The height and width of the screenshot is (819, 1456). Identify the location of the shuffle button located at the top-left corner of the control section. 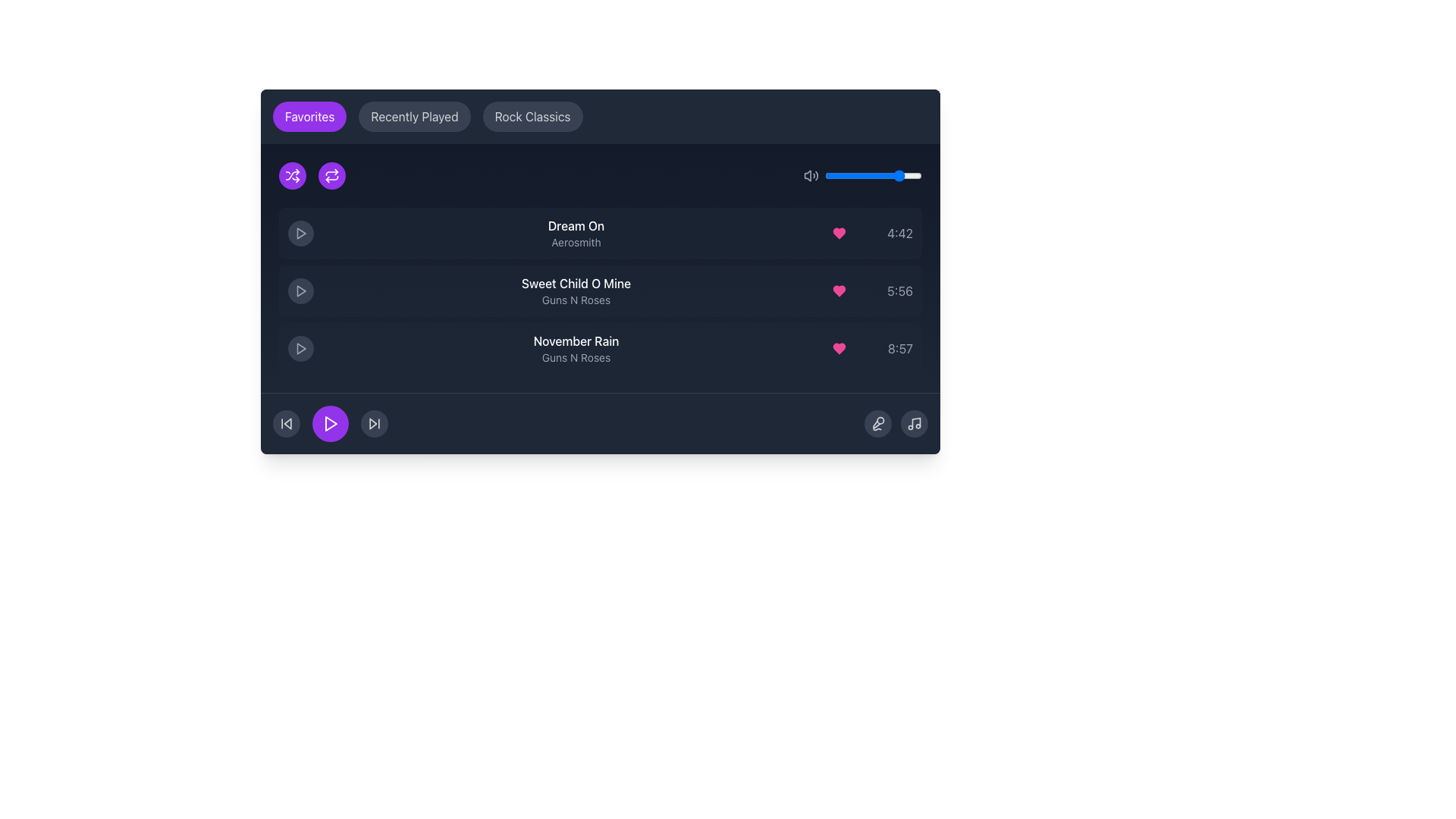
(292, 174).